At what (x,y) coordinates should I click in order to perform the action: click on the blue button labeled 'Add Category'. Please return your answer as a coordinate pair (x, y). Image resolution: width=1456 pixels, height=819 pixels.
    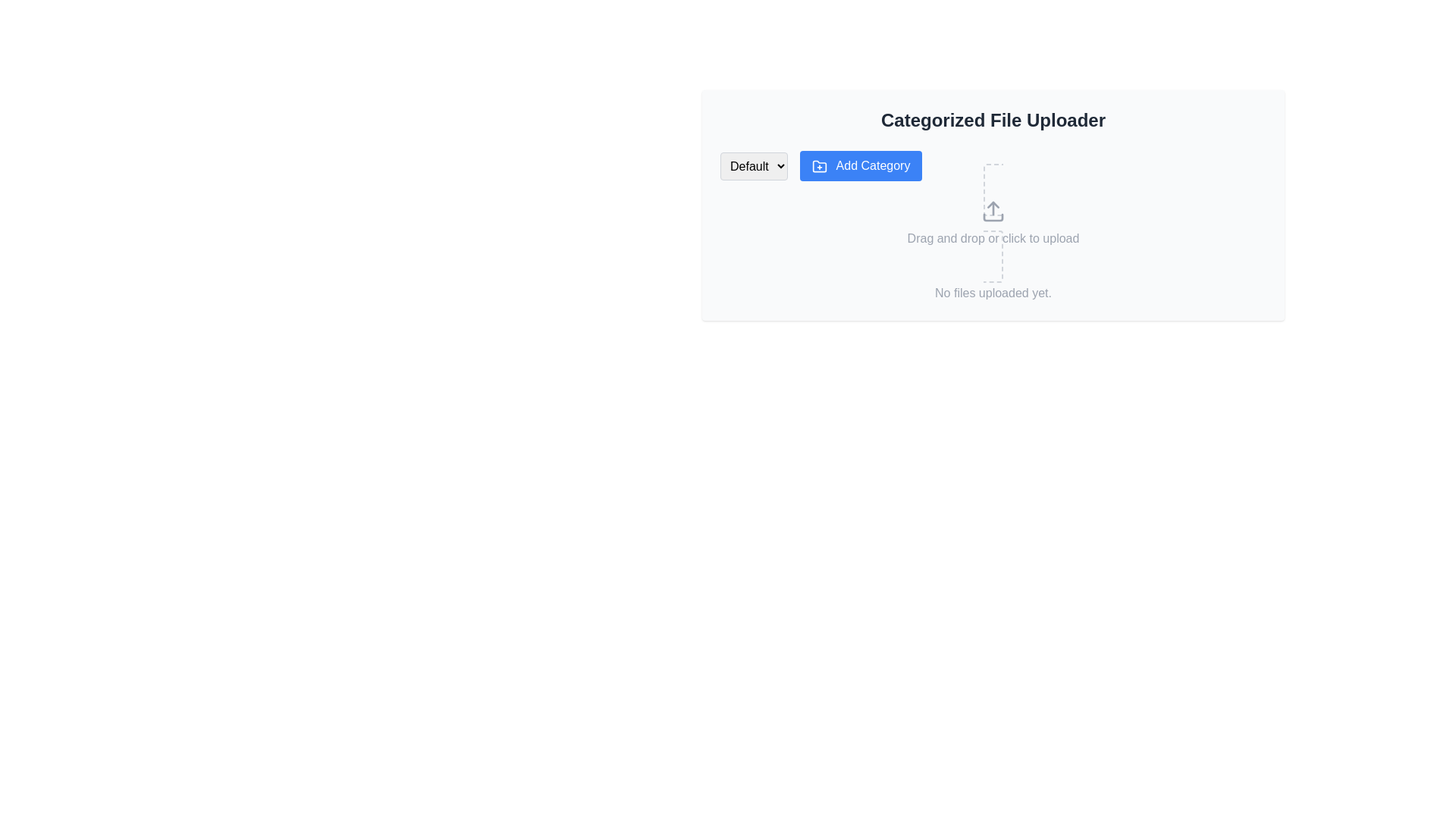
    Looking at the image, I should click on (861, 166).